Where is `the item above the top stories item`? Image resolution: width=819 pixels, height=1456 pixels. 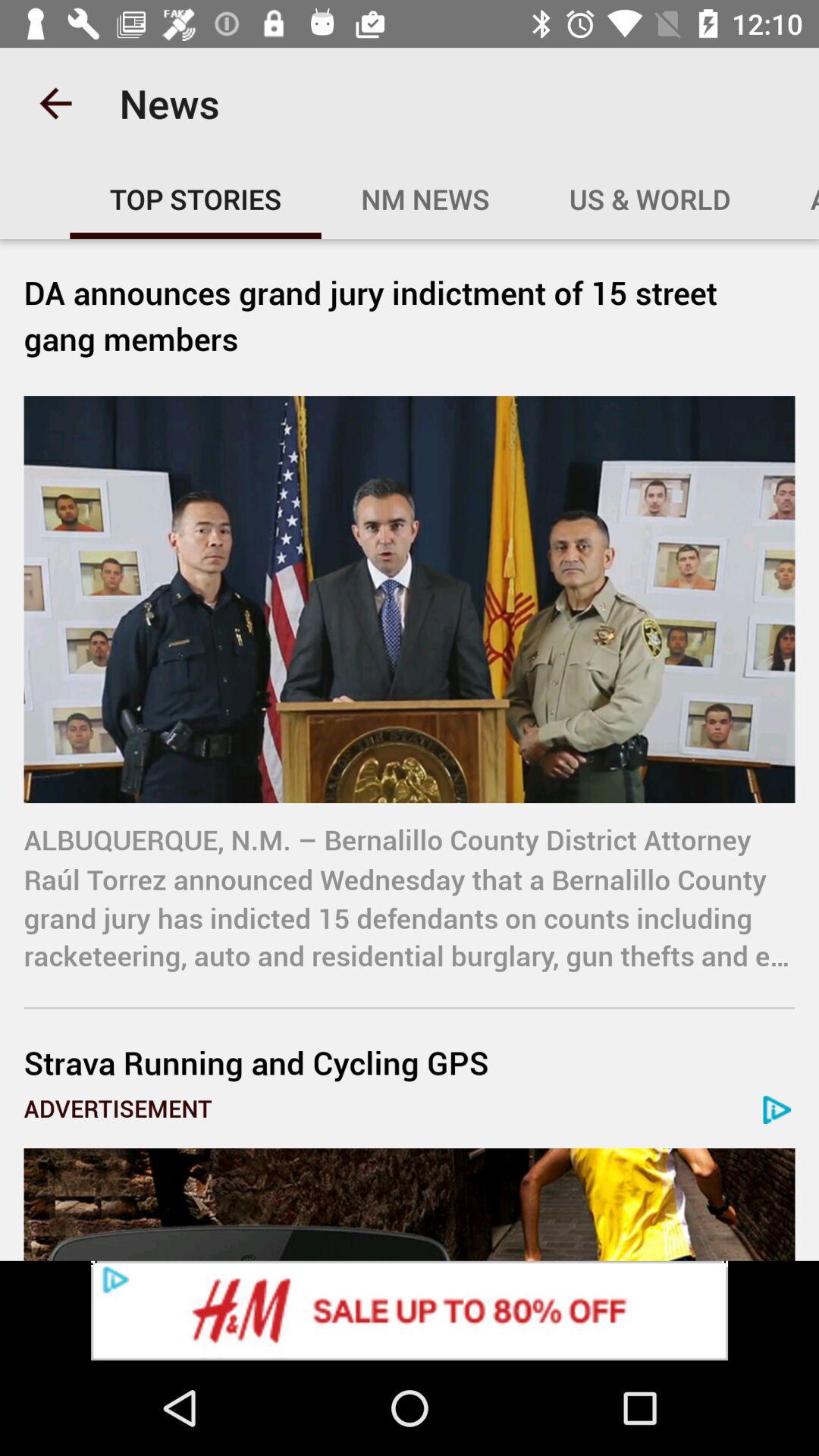
the item above the top stories item is located at coordinates (55, 102).